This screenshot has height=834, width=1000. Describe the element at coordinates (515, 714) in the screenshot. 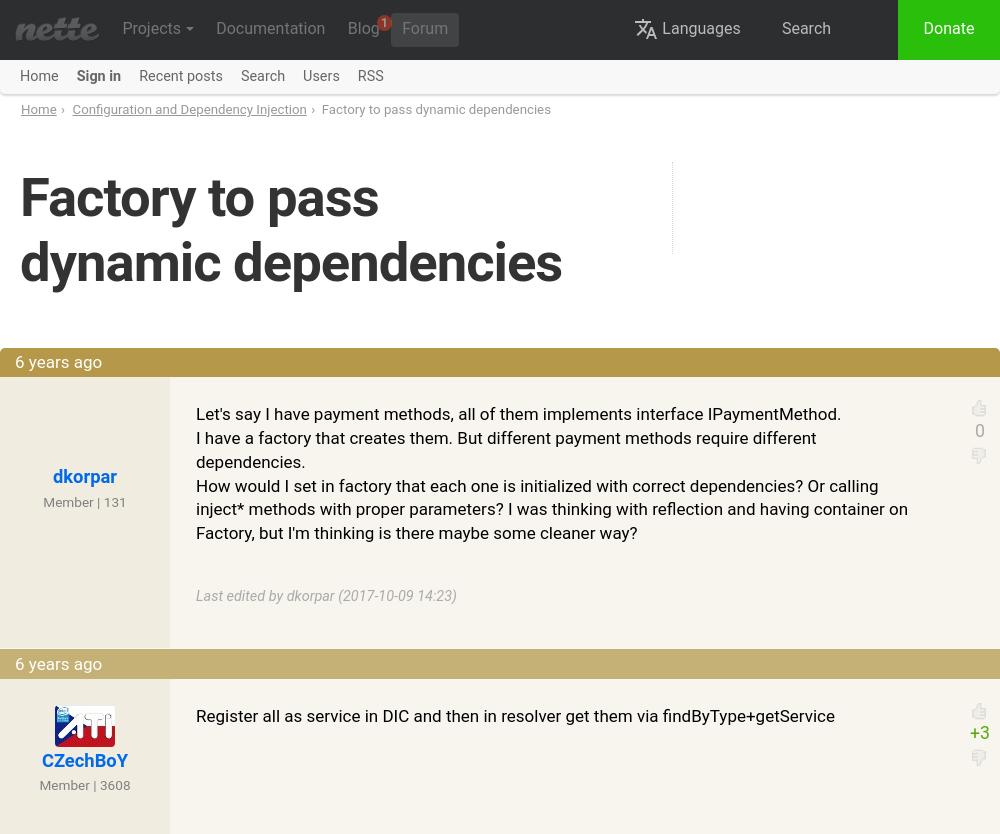

I see `'Register all as service in DIC and then in resolver get them via
findByType+getService'` at that location.